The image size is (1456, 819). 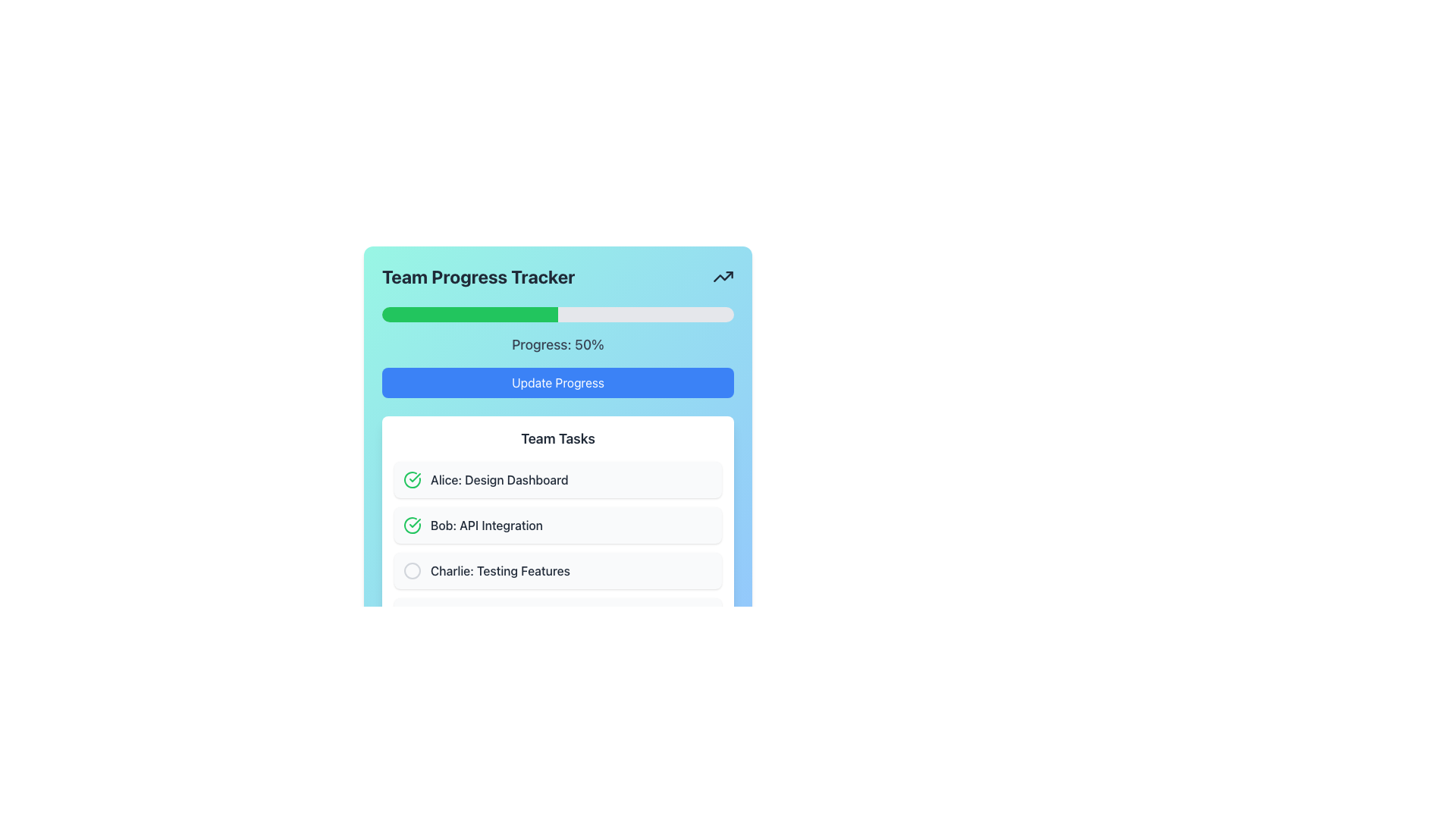 I want to click on the upward trending arrow icon with a rounded tip, styled in dark gray, located in the top-right corner of the 'Team Progress Tracker' header, so click(x=723, y=277).